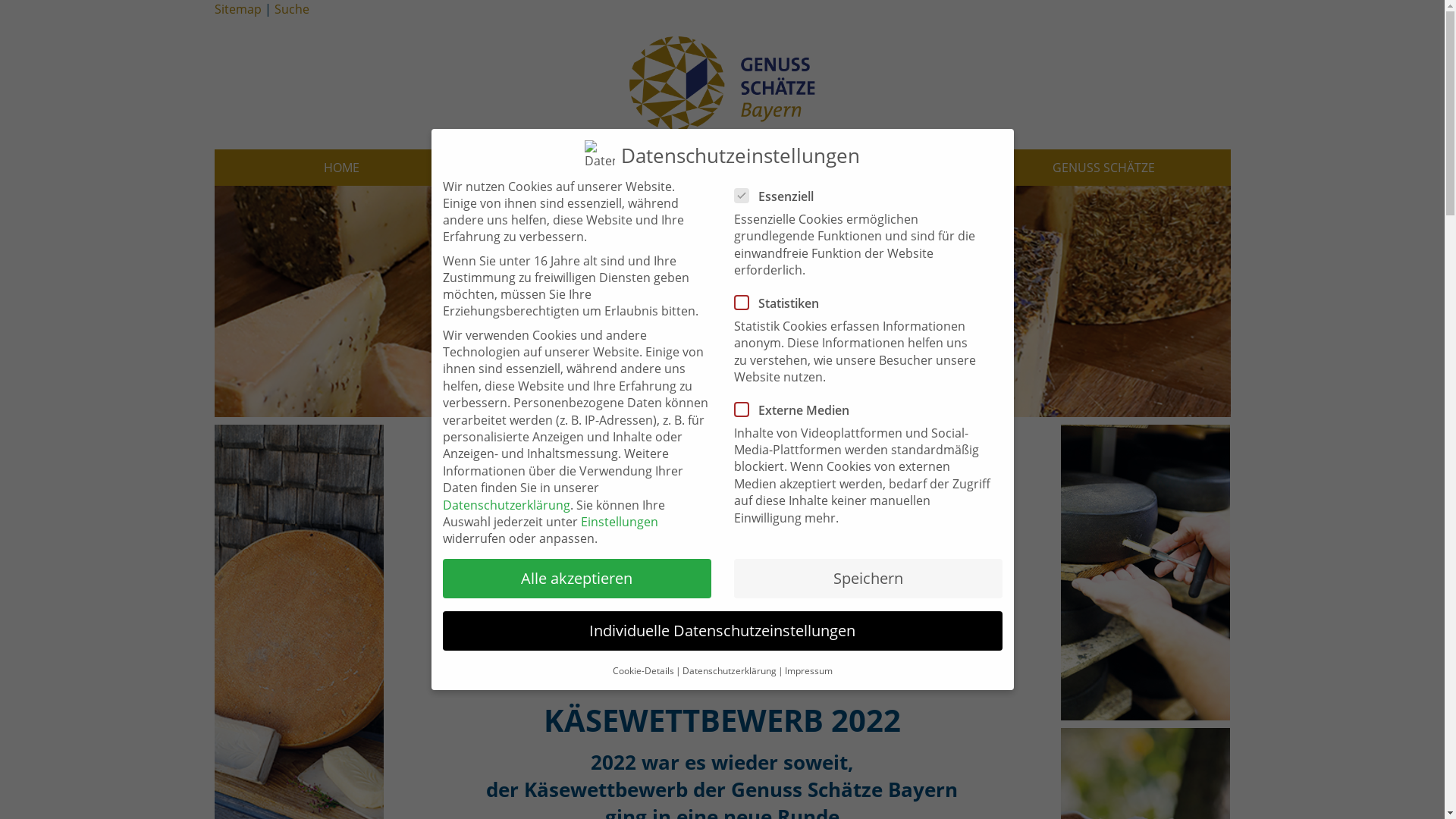 Image resolution: width=1456 pixels, height=819 pixels. I want to click on 'Cookie-Details', so click(643, 670).